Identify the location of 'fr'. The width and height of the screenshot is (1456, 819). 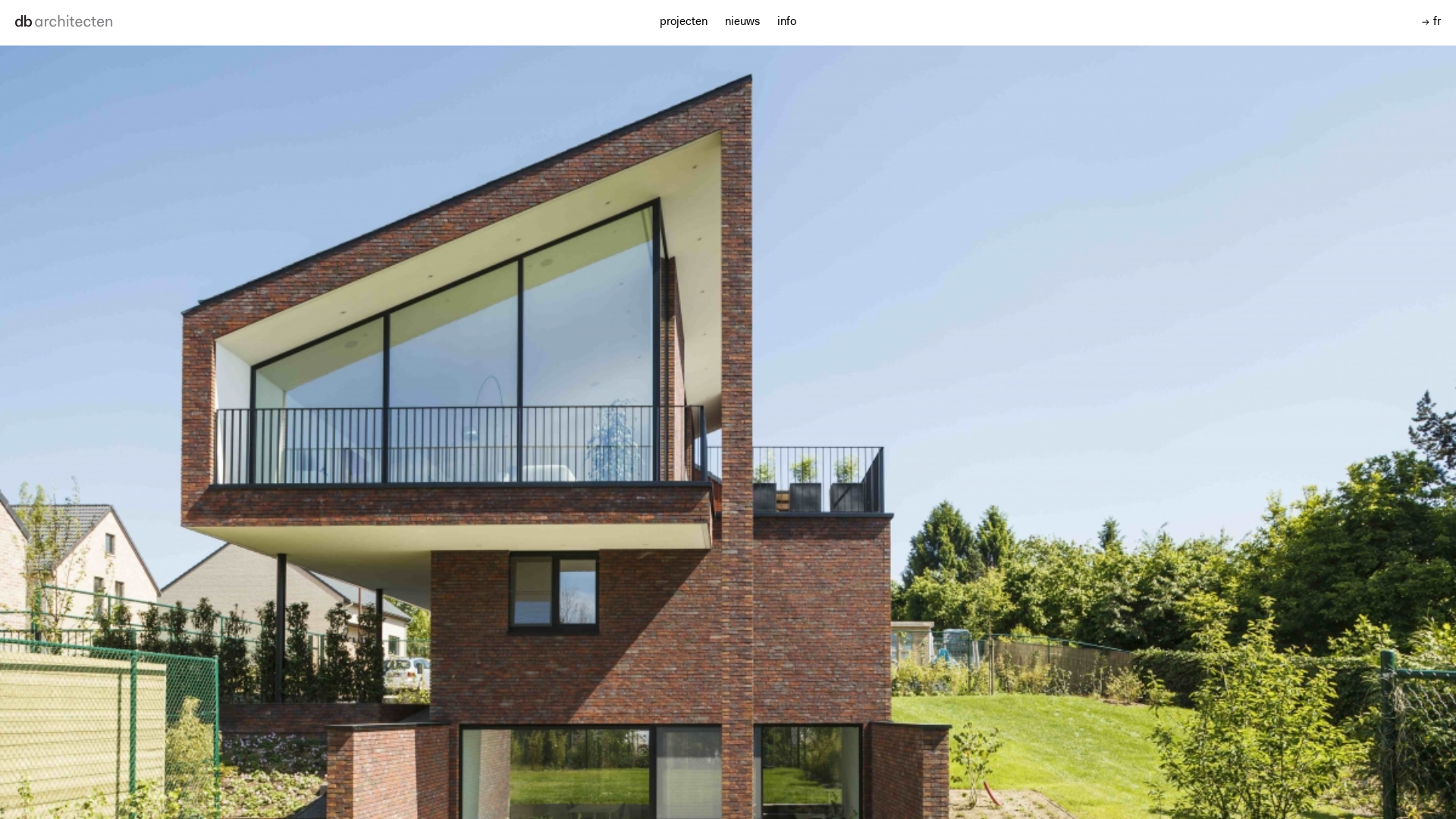
(1421, 22).